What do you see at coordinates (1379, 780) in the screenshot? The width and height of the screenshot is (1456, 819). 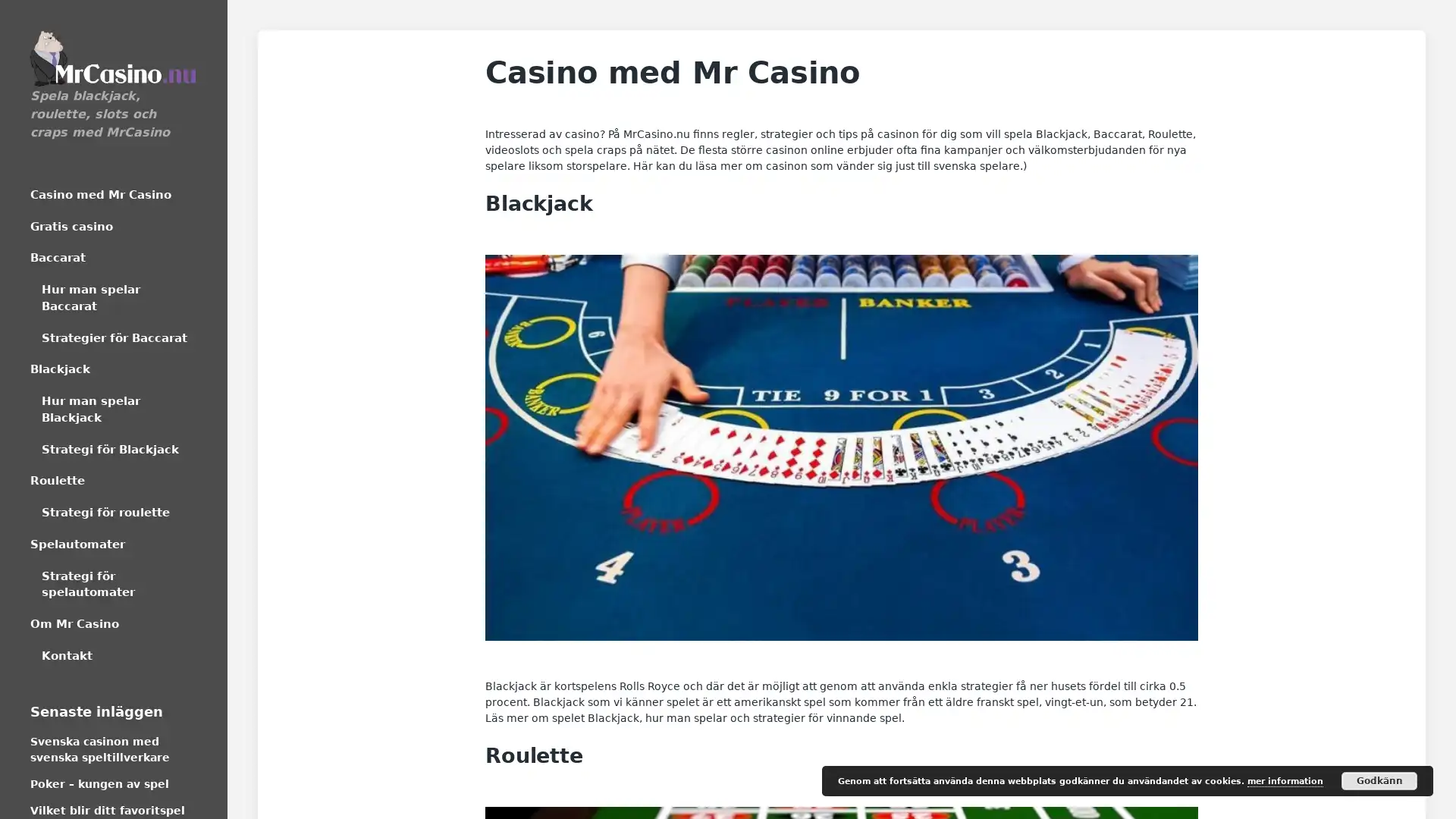 I see `Godkann` at bounding box center [1379, 780].